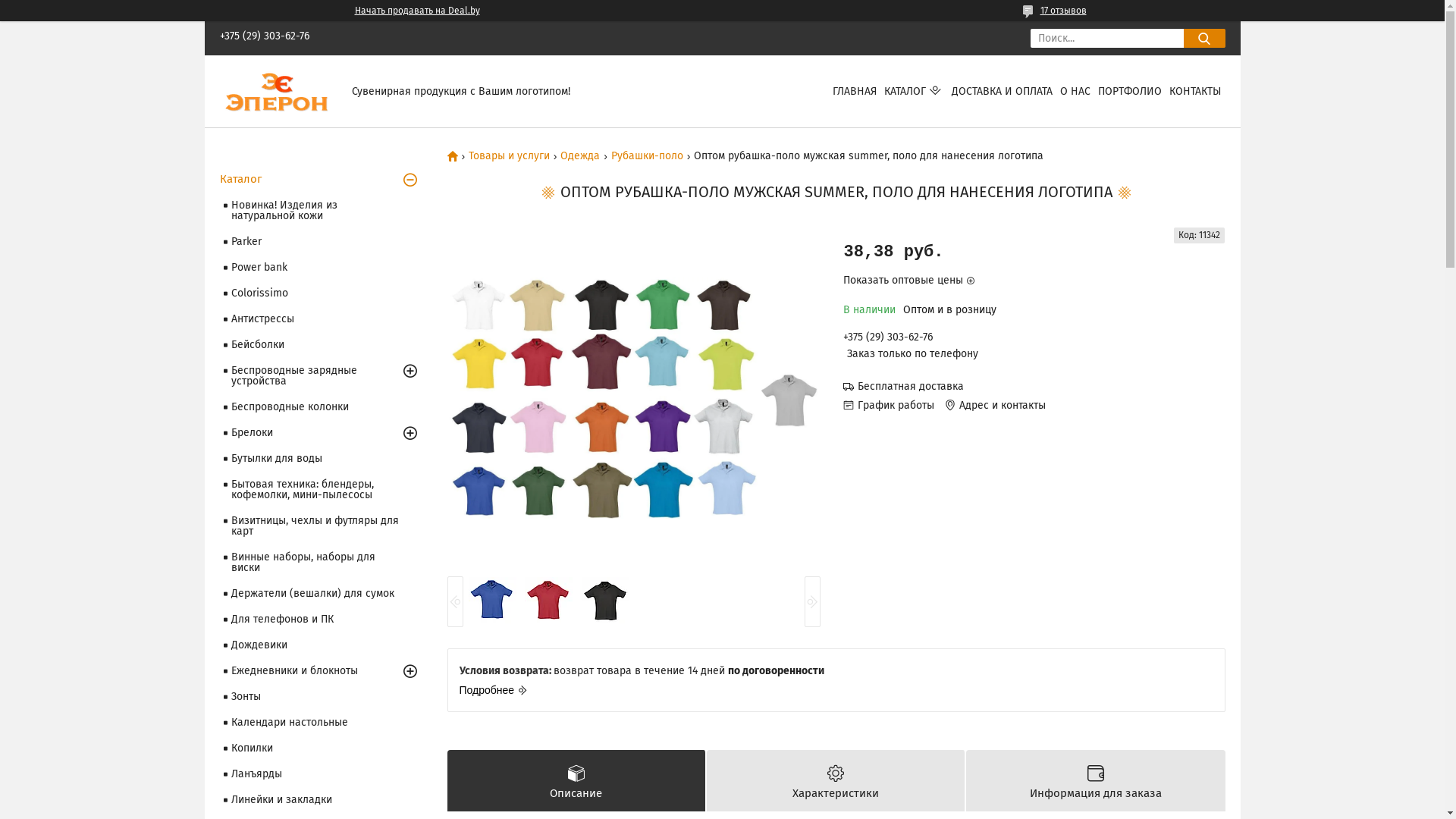  I want to click on 'Parker', so click(322, 241).